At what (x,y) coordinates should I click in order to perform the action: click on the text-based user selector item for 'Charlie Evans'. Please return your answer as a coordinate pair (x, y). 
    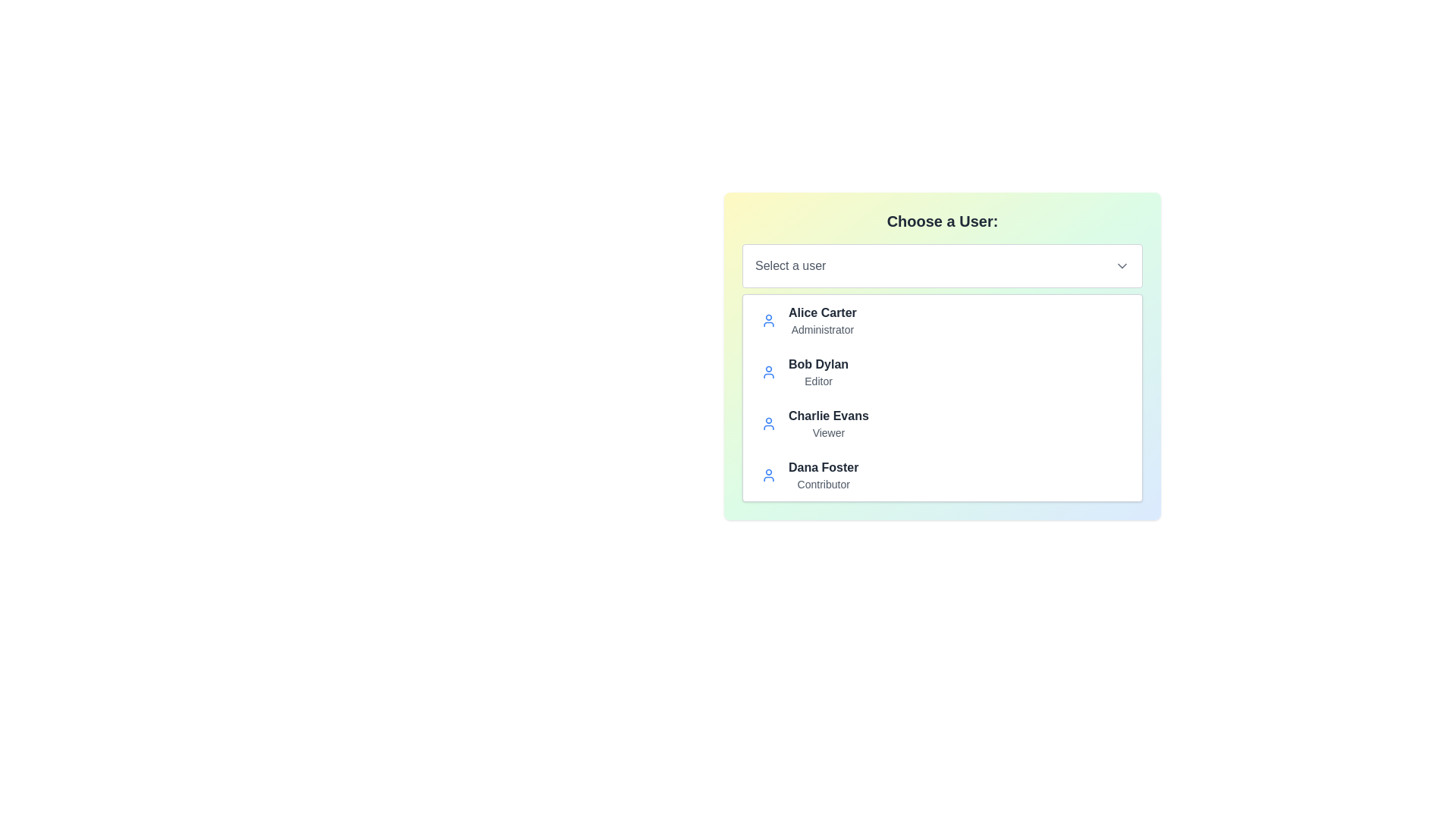
    Looking at the image, I should click on (827, 424).